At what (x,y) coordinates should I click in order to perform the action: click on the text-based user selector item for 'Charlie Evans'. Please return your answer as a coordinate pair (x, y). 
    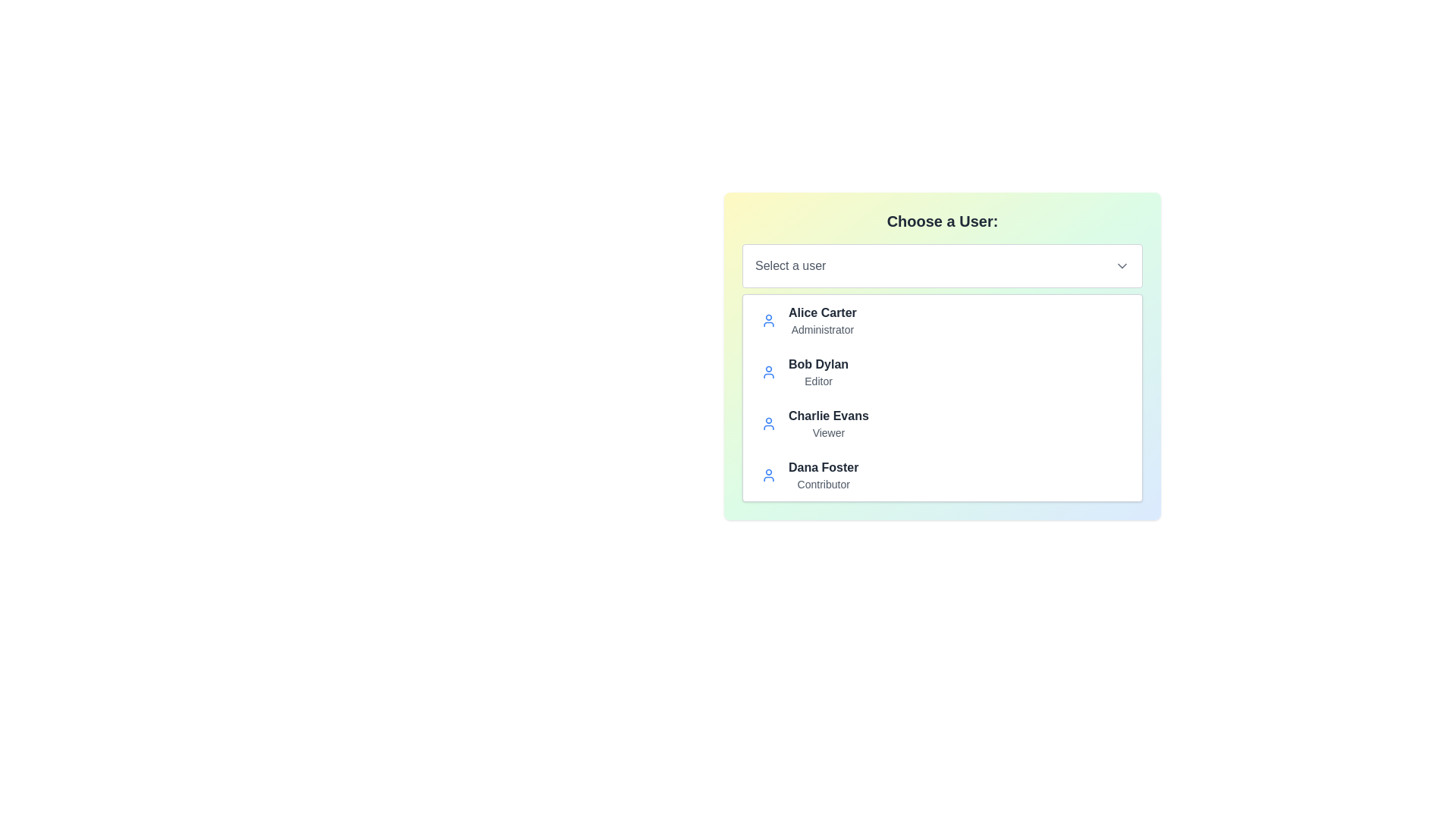
    Looking at the image, I should click on (827, 424).